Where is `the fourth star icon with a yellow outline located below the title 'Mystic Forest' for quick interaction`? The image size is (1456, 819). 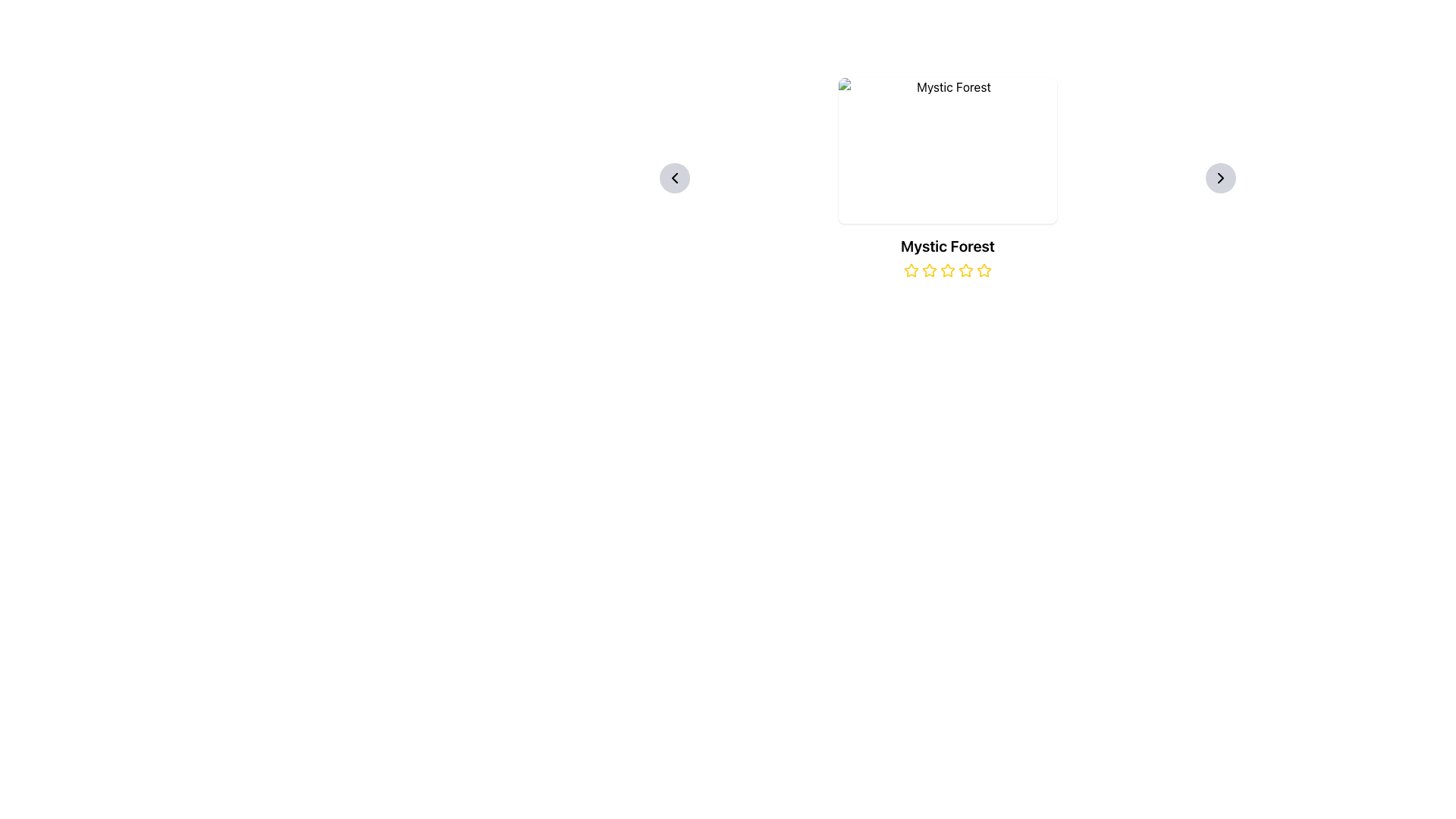
the fourth star icon with a yellow outline located below the title 'Mystic Forest' for quick interaction is located at coordinates (964, 268).